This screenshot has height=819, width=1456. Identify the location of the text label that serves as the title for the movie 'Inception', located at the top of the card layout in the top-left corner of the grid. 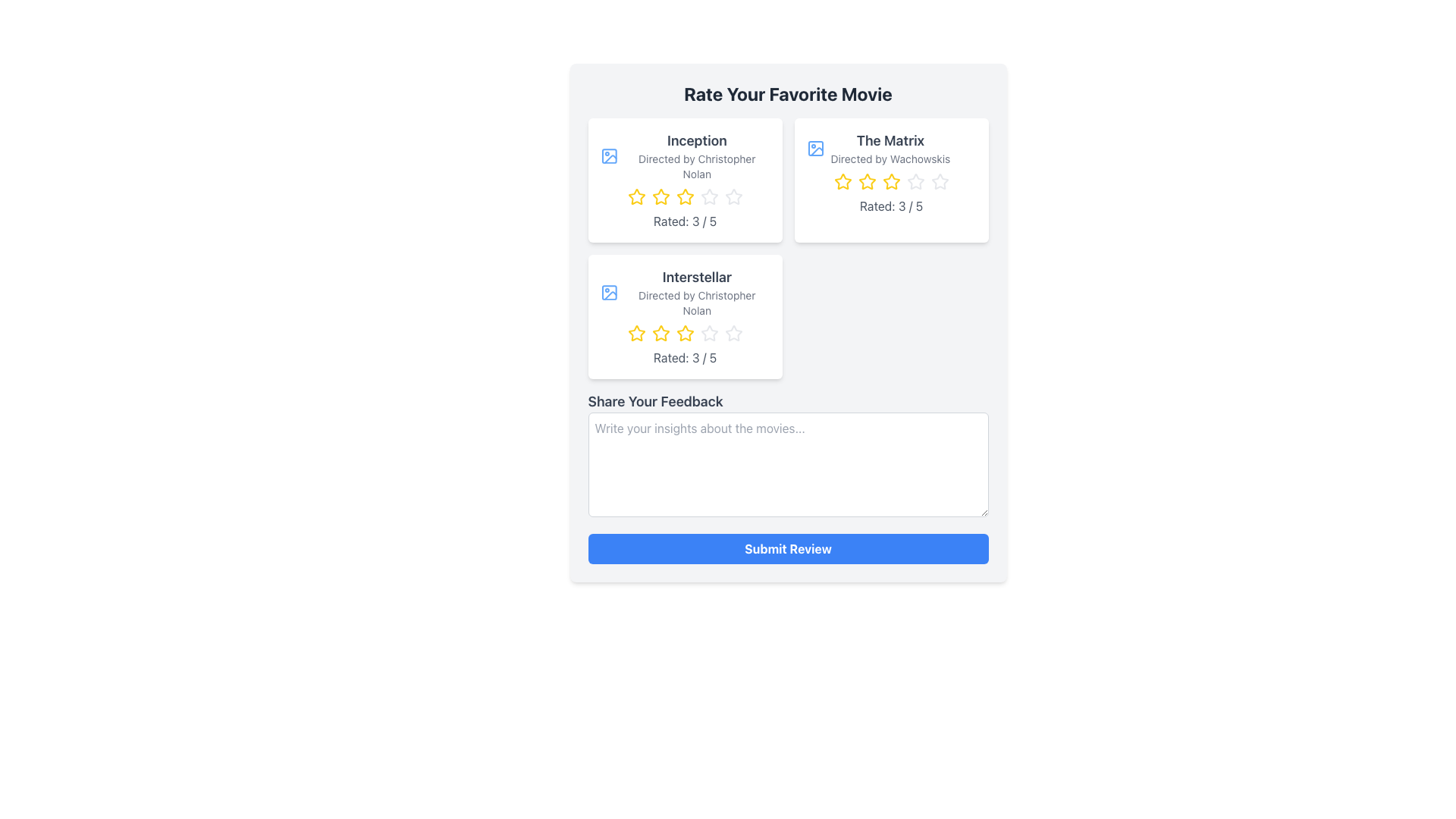
(696, 140).